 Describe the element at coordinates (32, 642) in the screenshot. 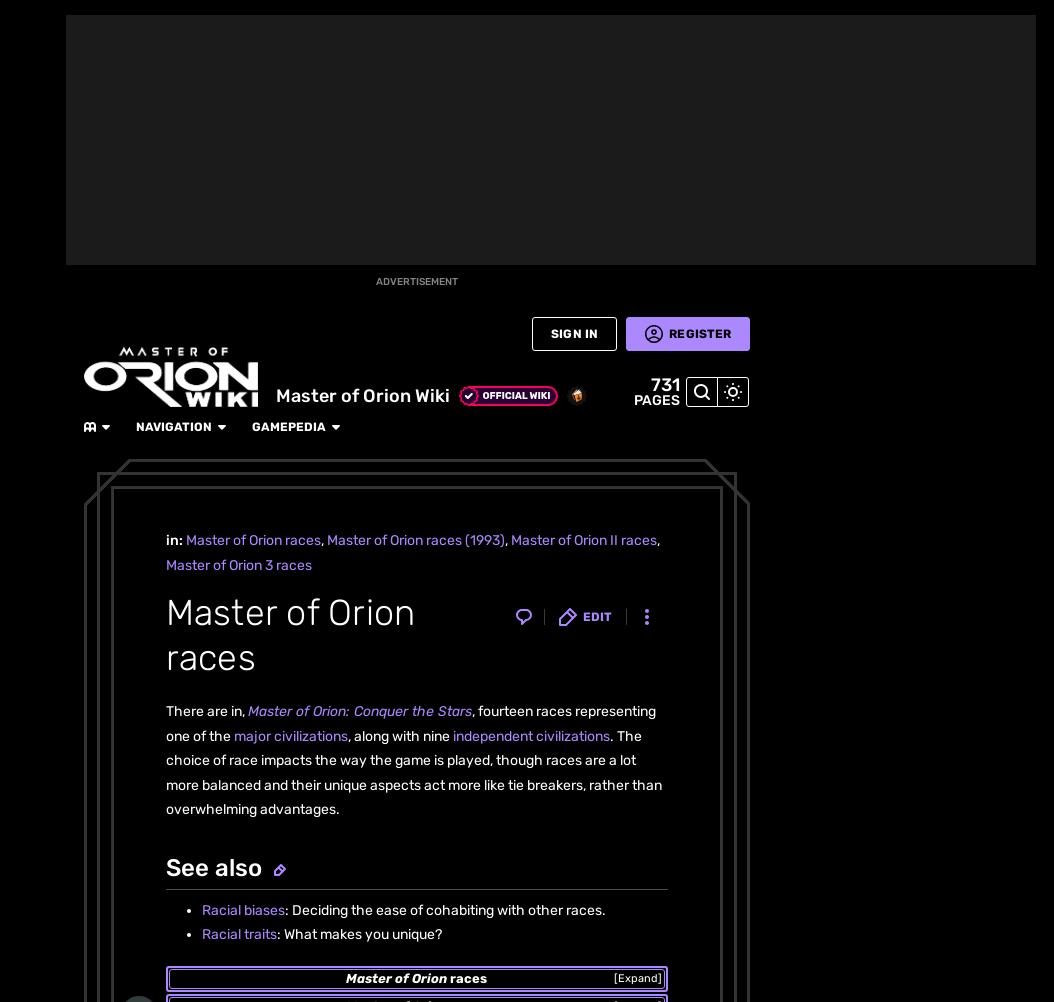

I see `'Wikis'` at that location.